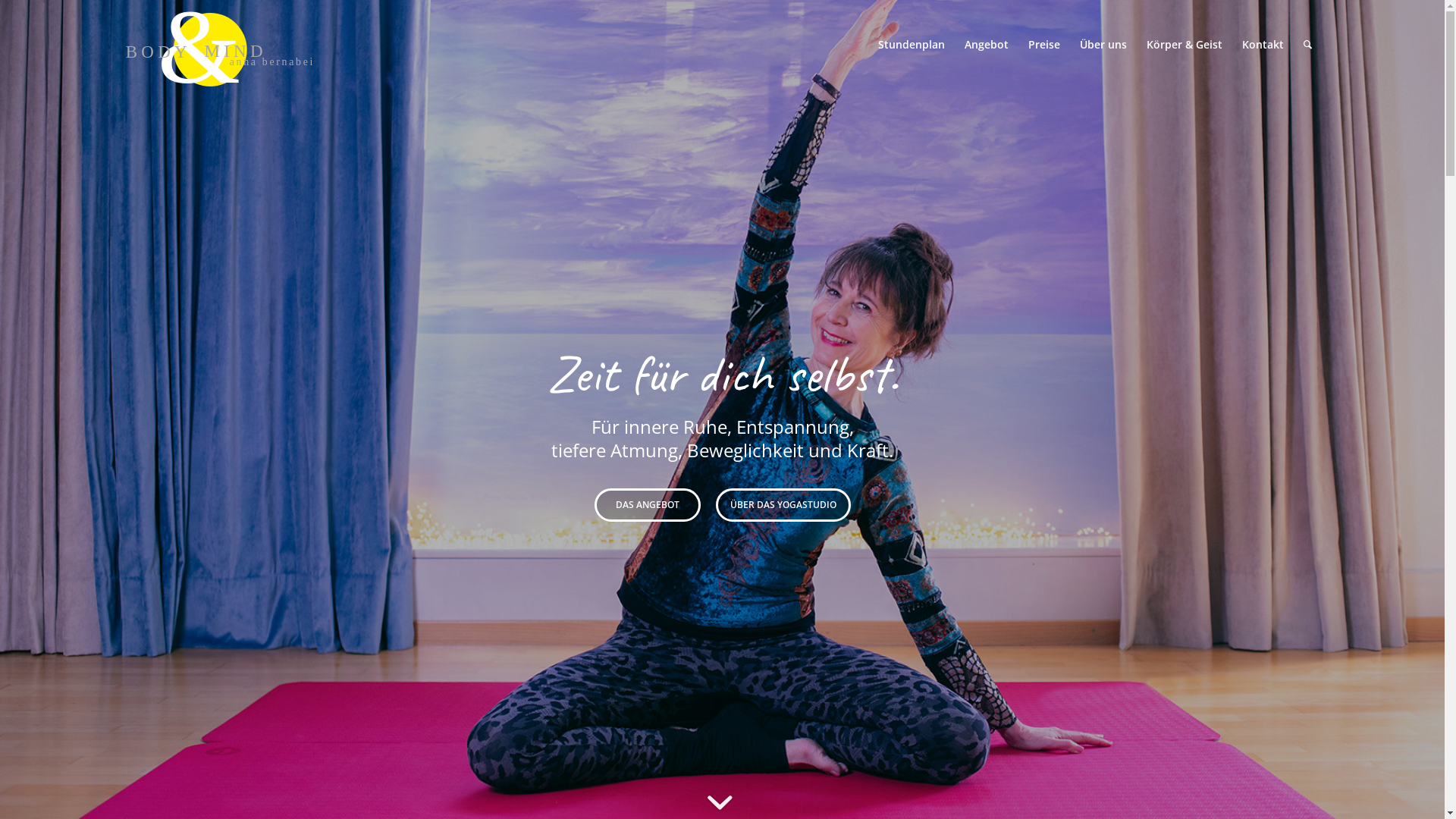  I want to click on 'Angebot', so click(952, 43).